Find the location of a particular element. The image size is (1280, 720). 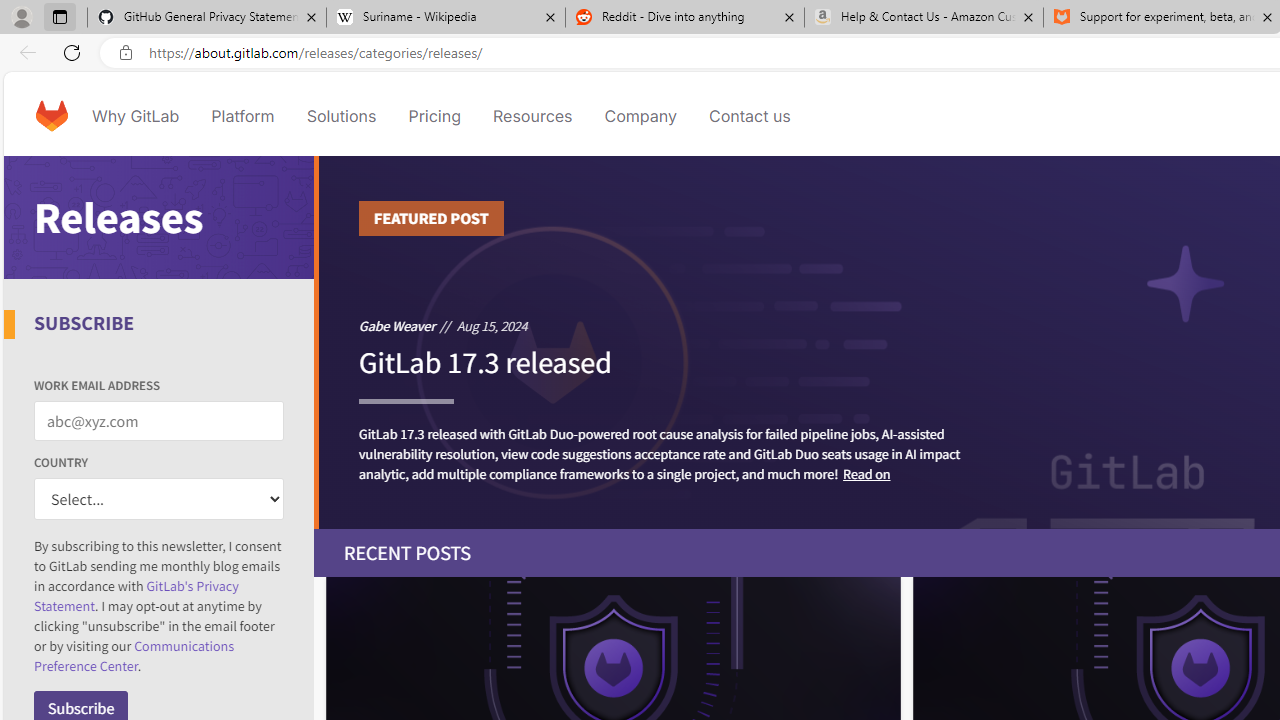

'Suriname - Wikipedia' is located at coordinates (444, 17).